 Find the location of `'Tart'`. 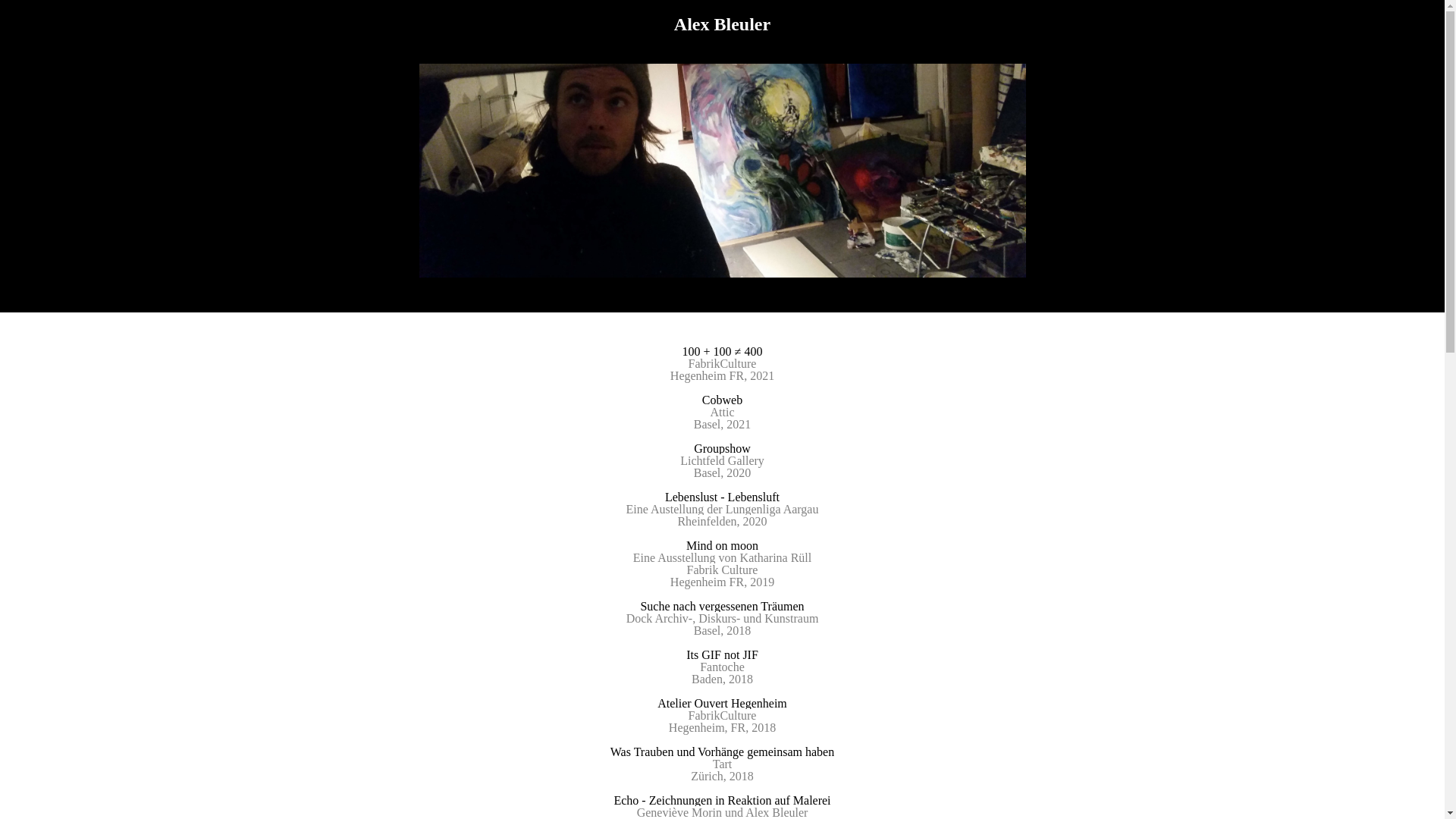

'Tart' is located at coordinates (722, 764).